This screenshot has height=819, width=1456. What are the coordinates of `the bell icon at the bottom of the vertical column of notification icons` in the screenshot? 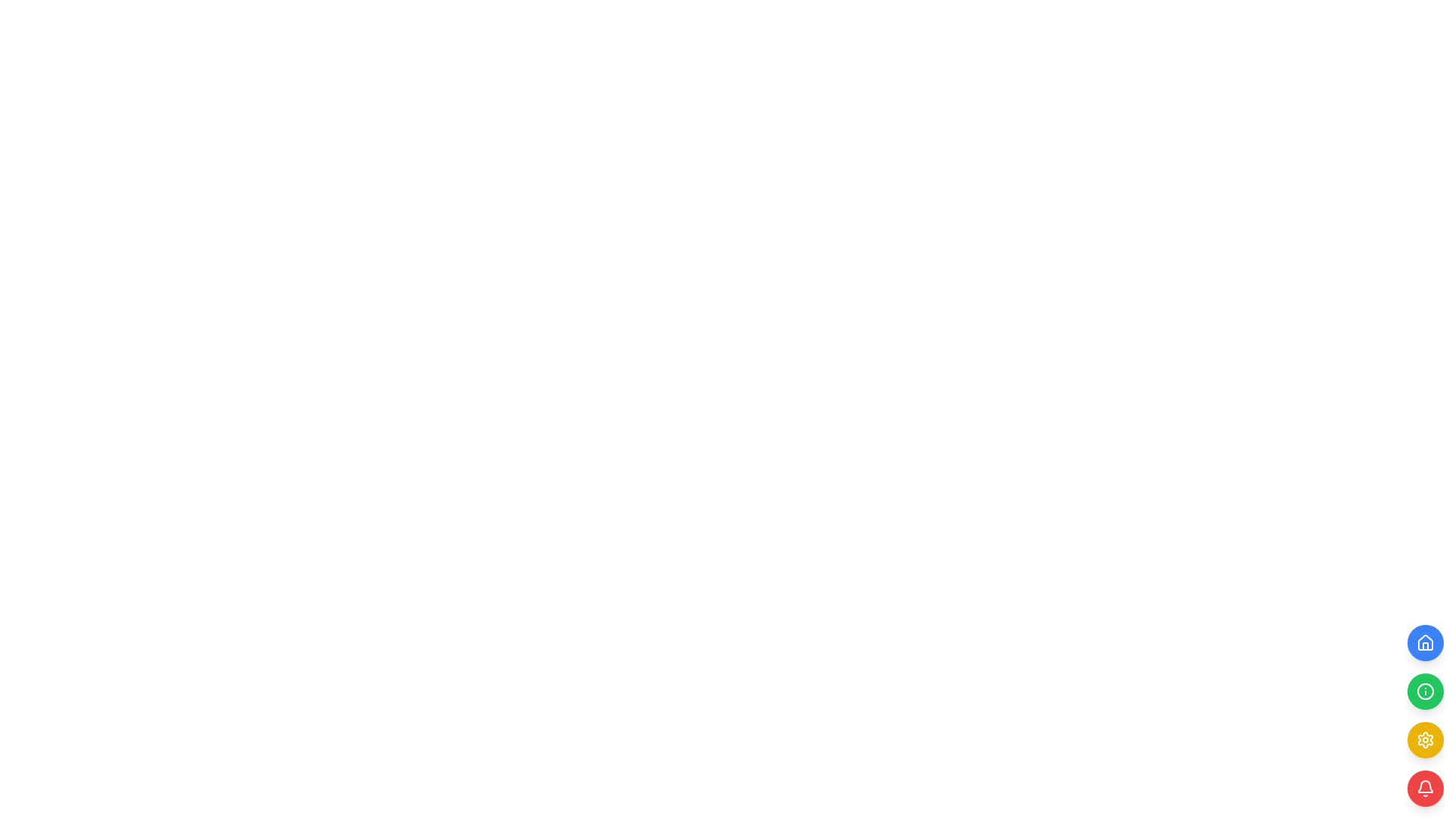 It's located at (1425, 788).